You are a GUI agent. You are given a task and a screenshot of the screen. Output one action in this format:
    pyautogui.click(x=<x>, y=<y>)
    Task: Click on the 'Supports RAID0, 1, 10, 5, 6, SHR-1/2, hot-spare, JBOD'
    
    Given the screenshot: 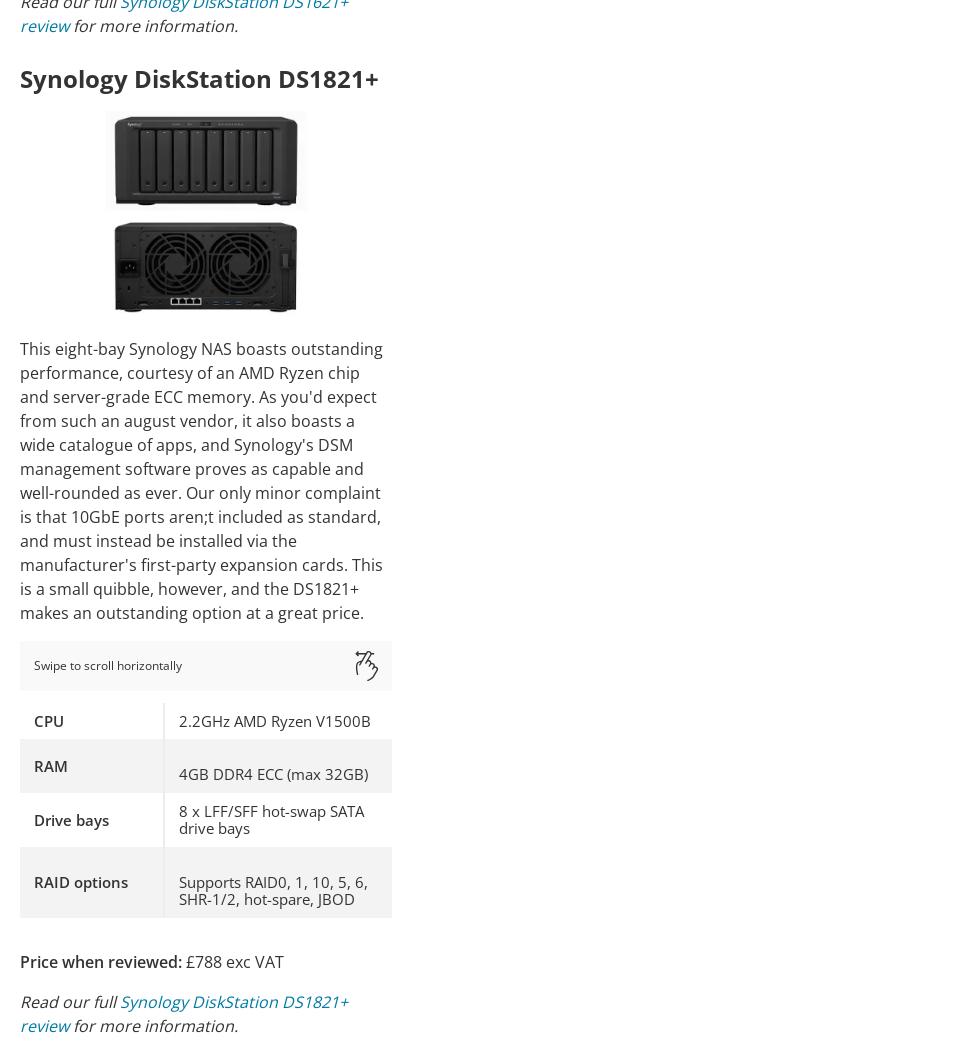 What is the action you would take?
    pyautogui.click(x=179, y=888)
    